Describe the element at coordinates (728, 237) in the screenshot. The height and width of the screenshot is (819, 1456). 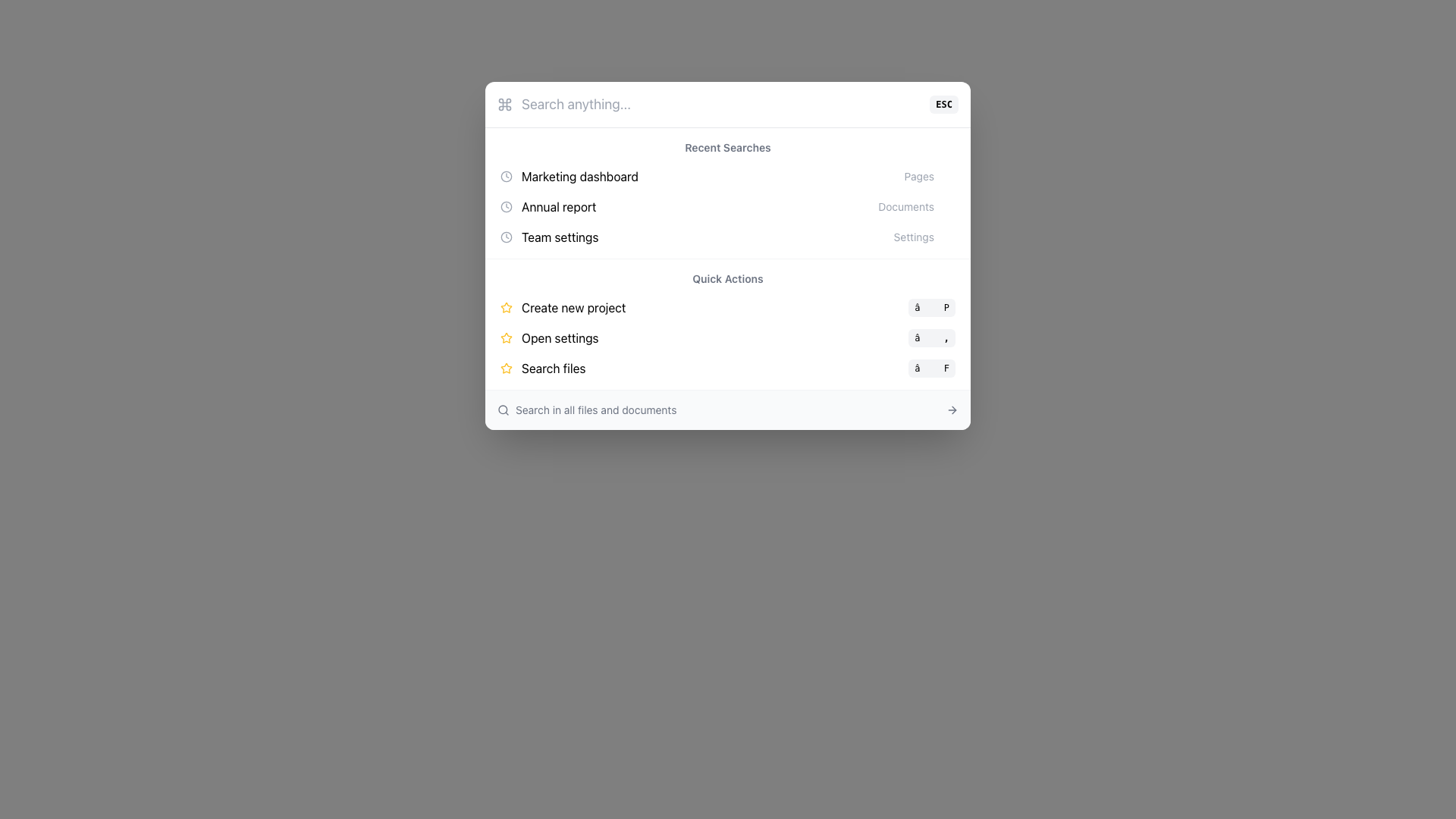
I see `the button located in the Recent Searches section, which is the last item following 'Marketing dashboard' and 'Annual report'` at that location.